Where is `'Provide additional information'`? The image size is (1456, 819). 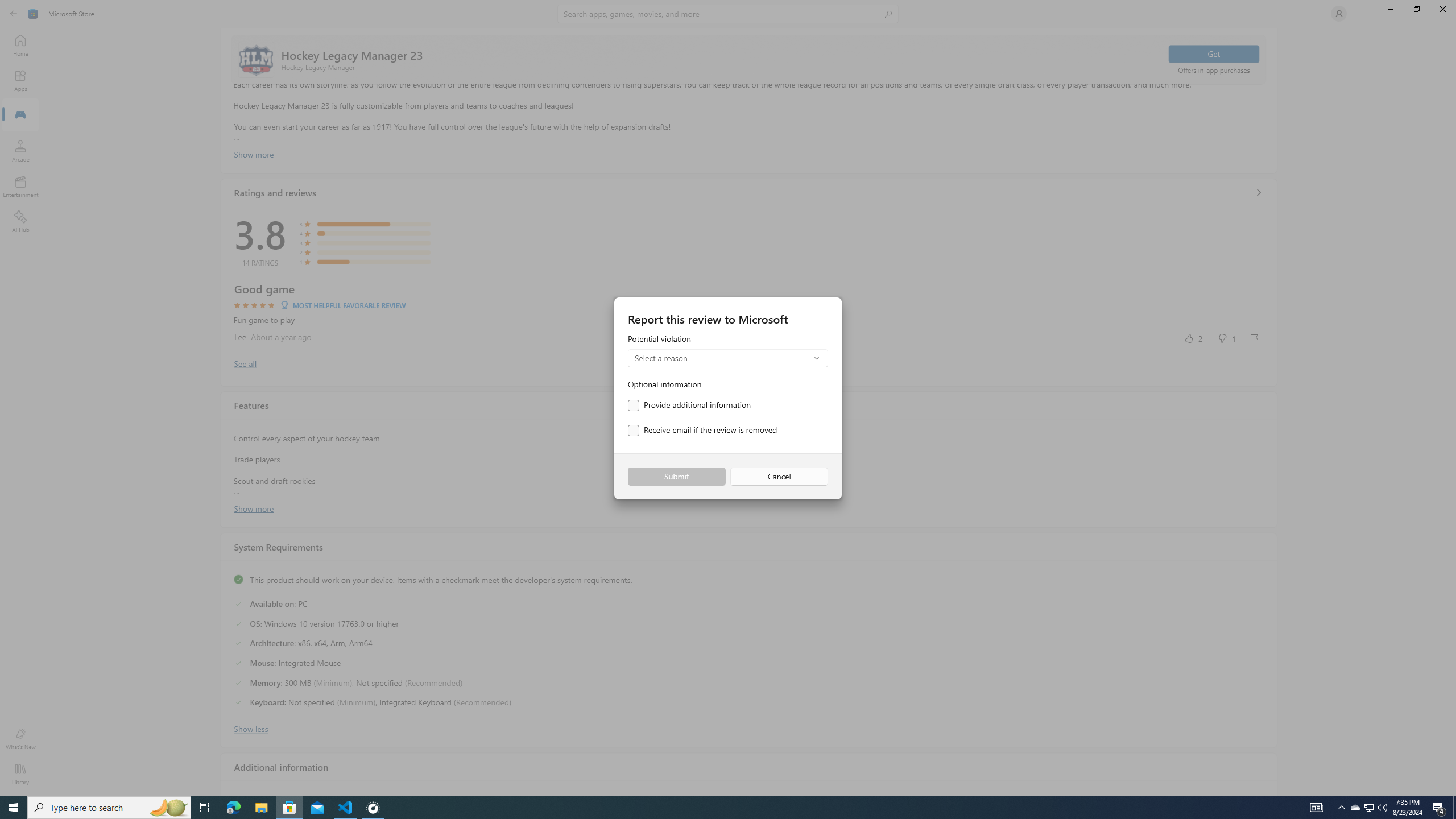
'Provide additional information' is located at coordinates (689, 405).